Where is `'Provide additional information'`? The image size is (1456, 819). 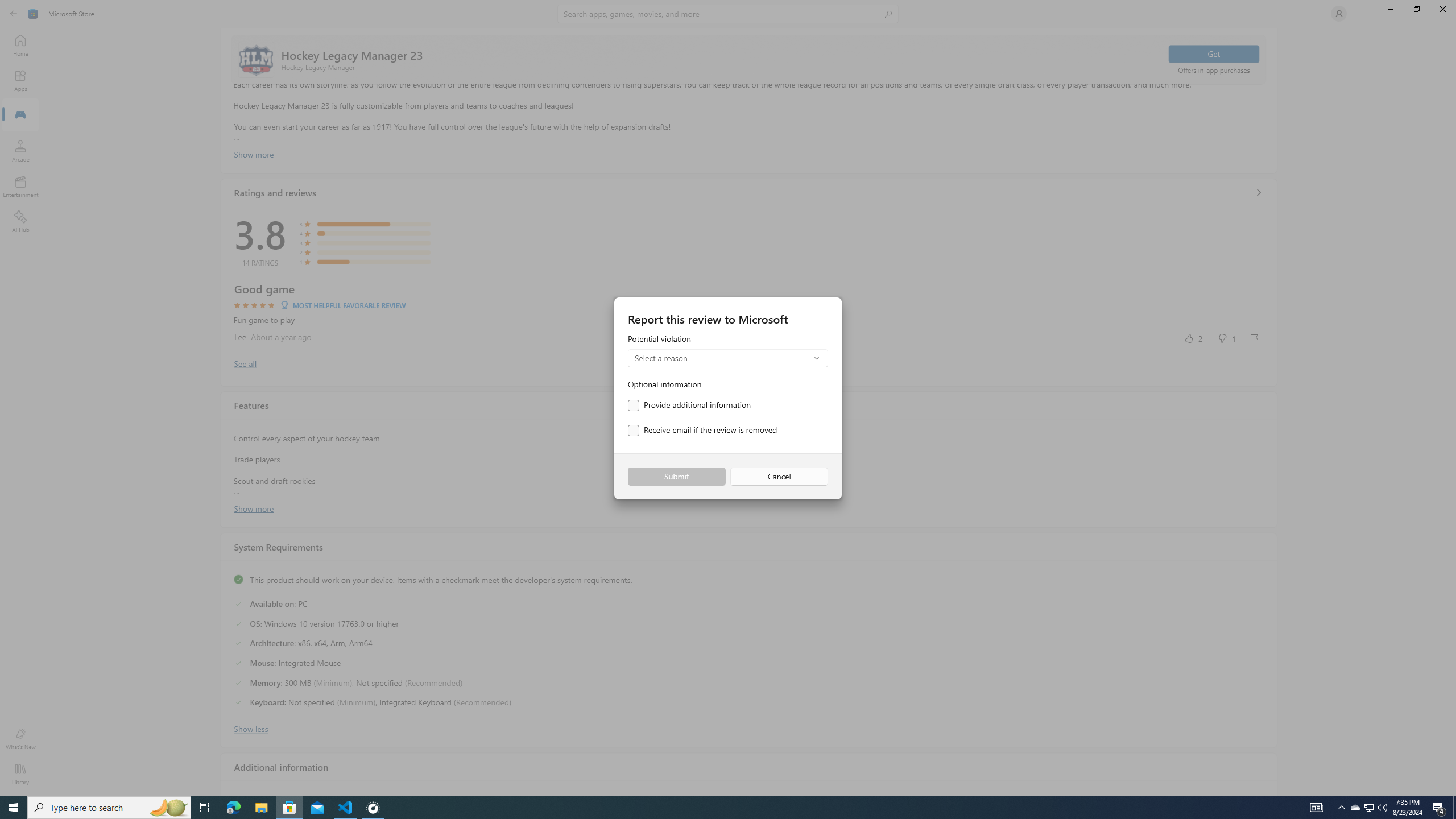
'Provide additional information' is located at coordinates (689, 405).